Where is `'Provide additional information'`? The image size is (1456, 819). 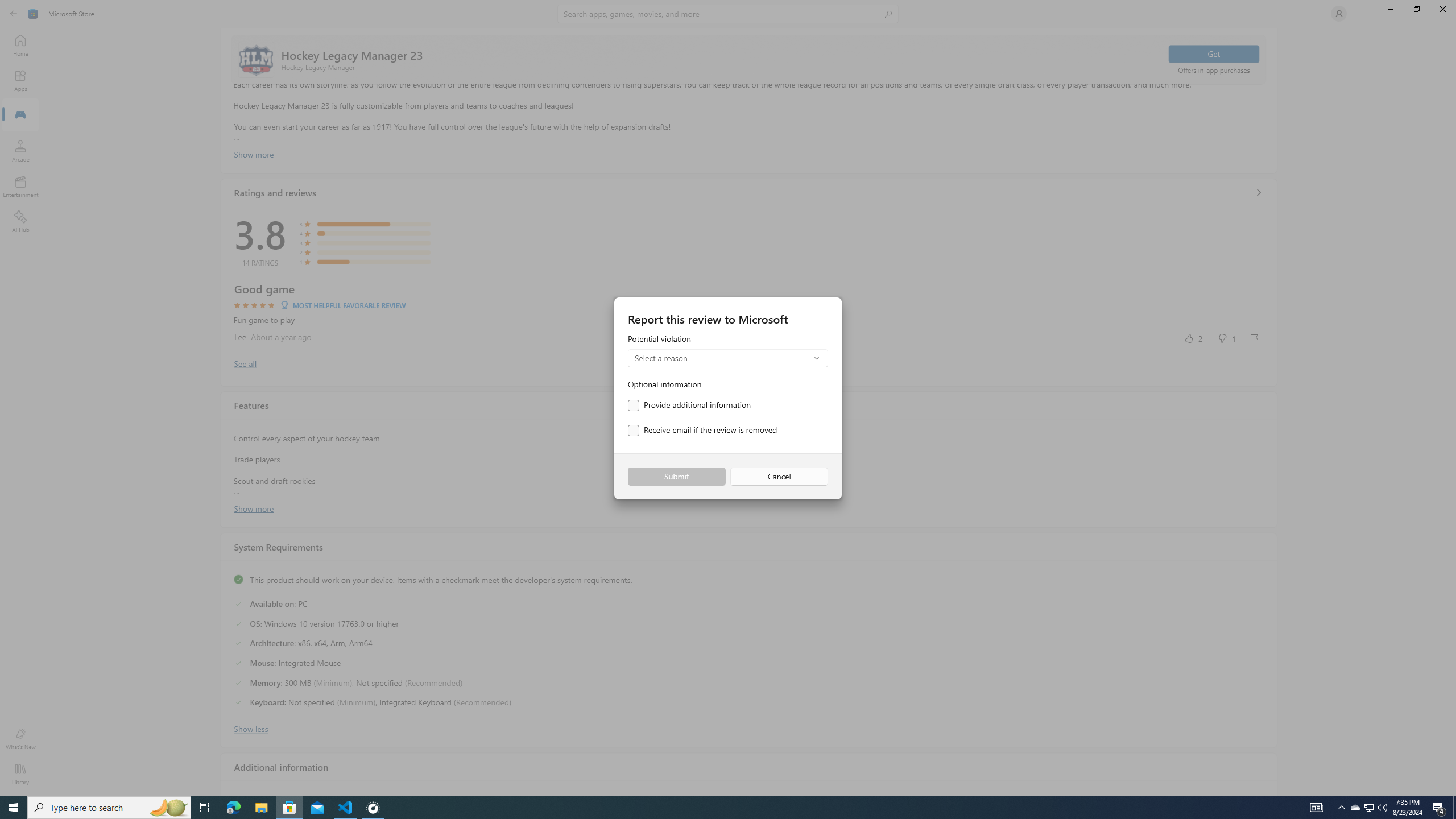
'Provide additional information' is located at coordinates (689, 405).